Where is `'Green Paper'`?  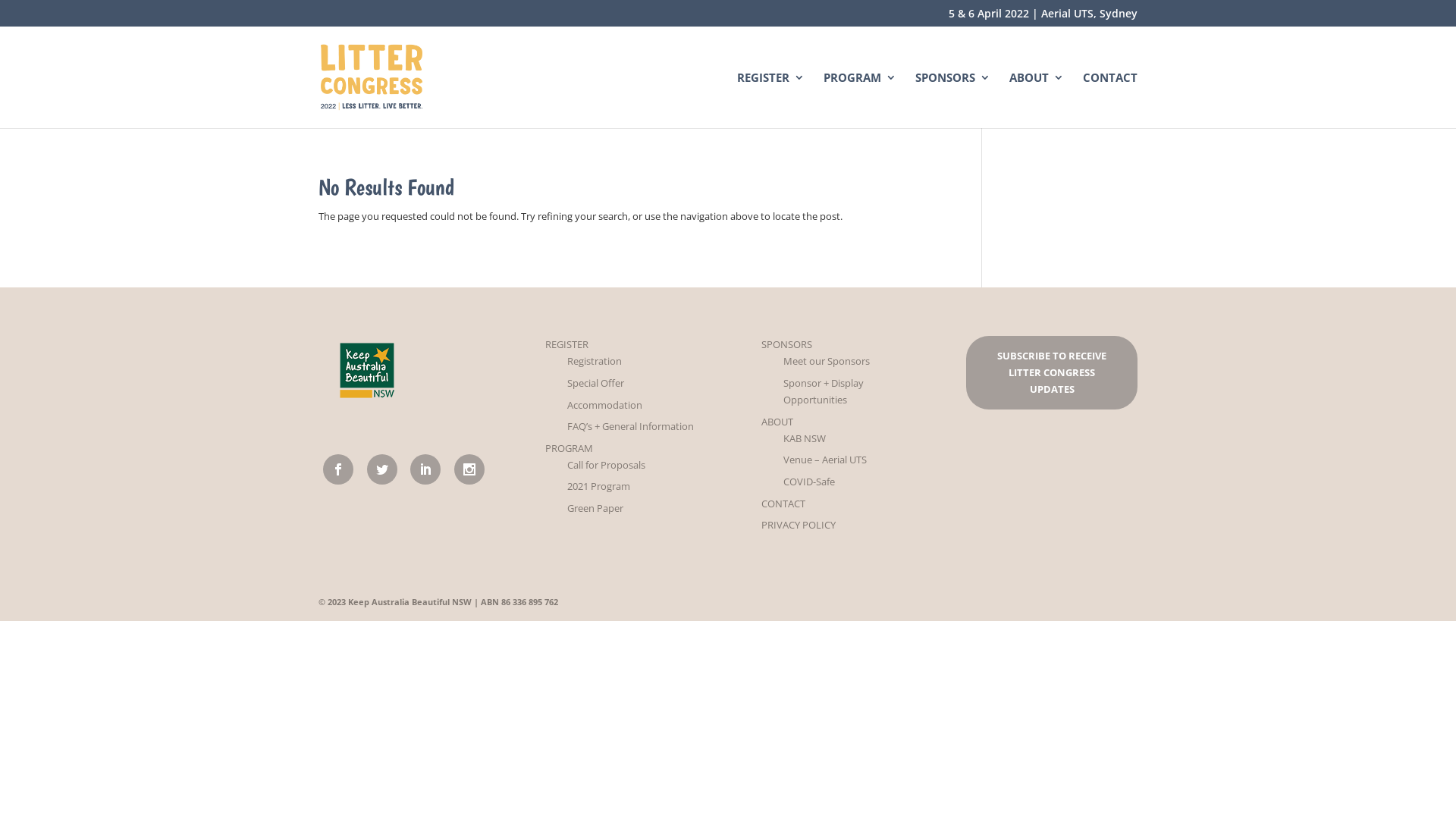 'Green Paper' is located at coordinates (595, 508).